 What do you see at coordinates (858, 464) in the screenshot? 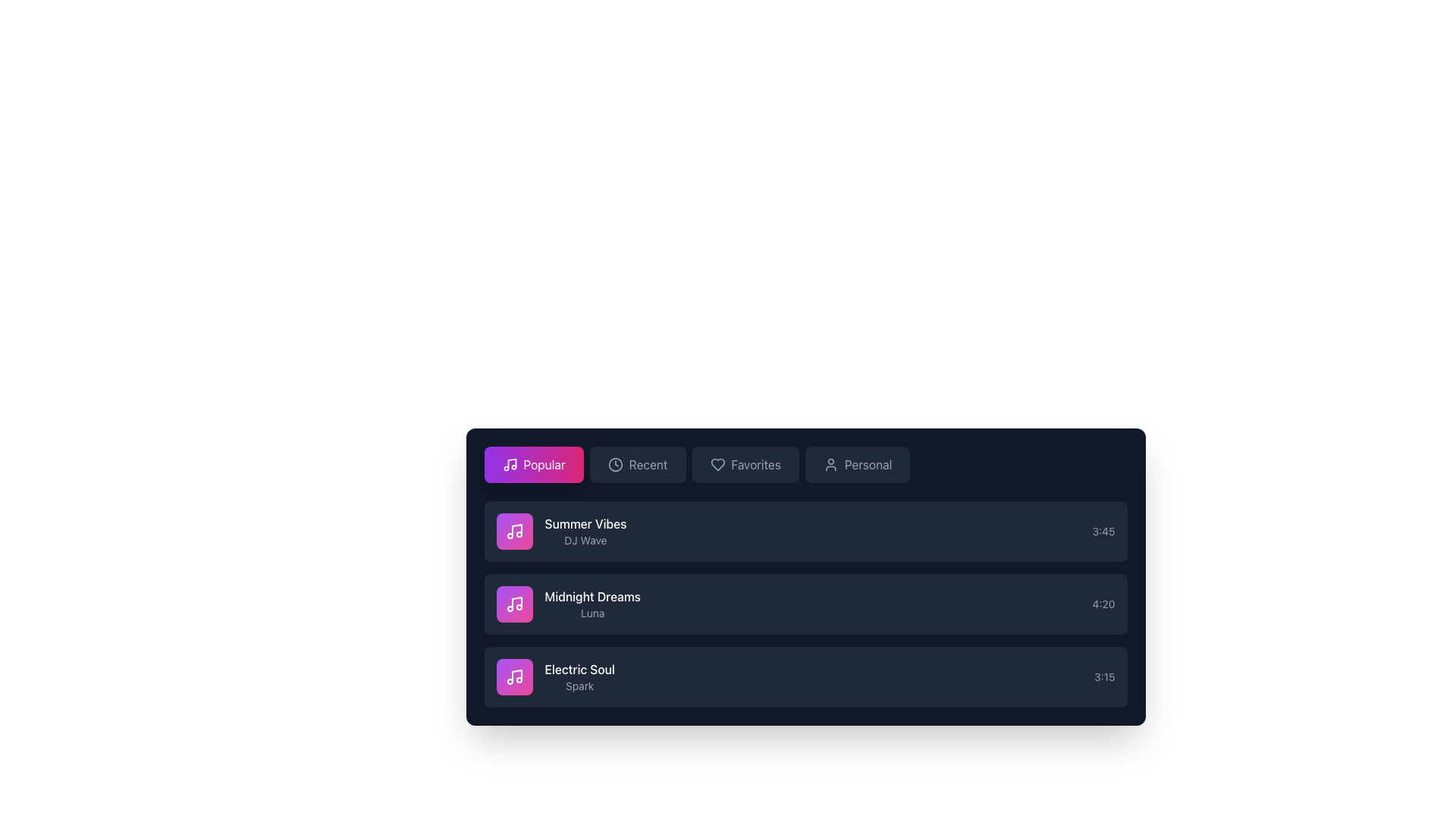
I see `the 'Personal' button, the fourth button in a row of interactive elements that filters content within the application, to observe its hover effects` at bounding box center [858, 464].